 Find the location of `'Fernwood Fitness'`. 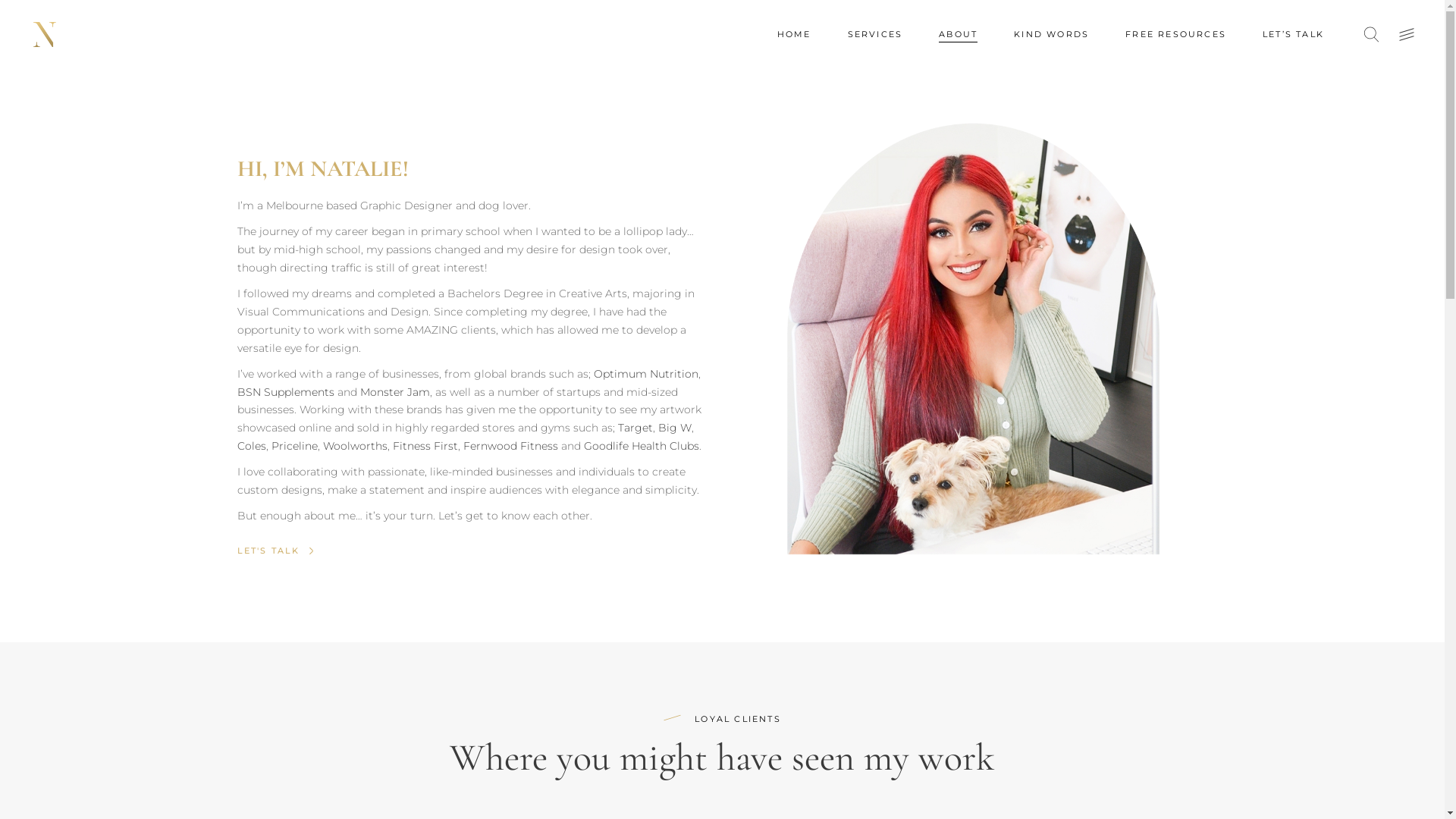

'Fernwood Fitness' is located at coordinates (461, 444).